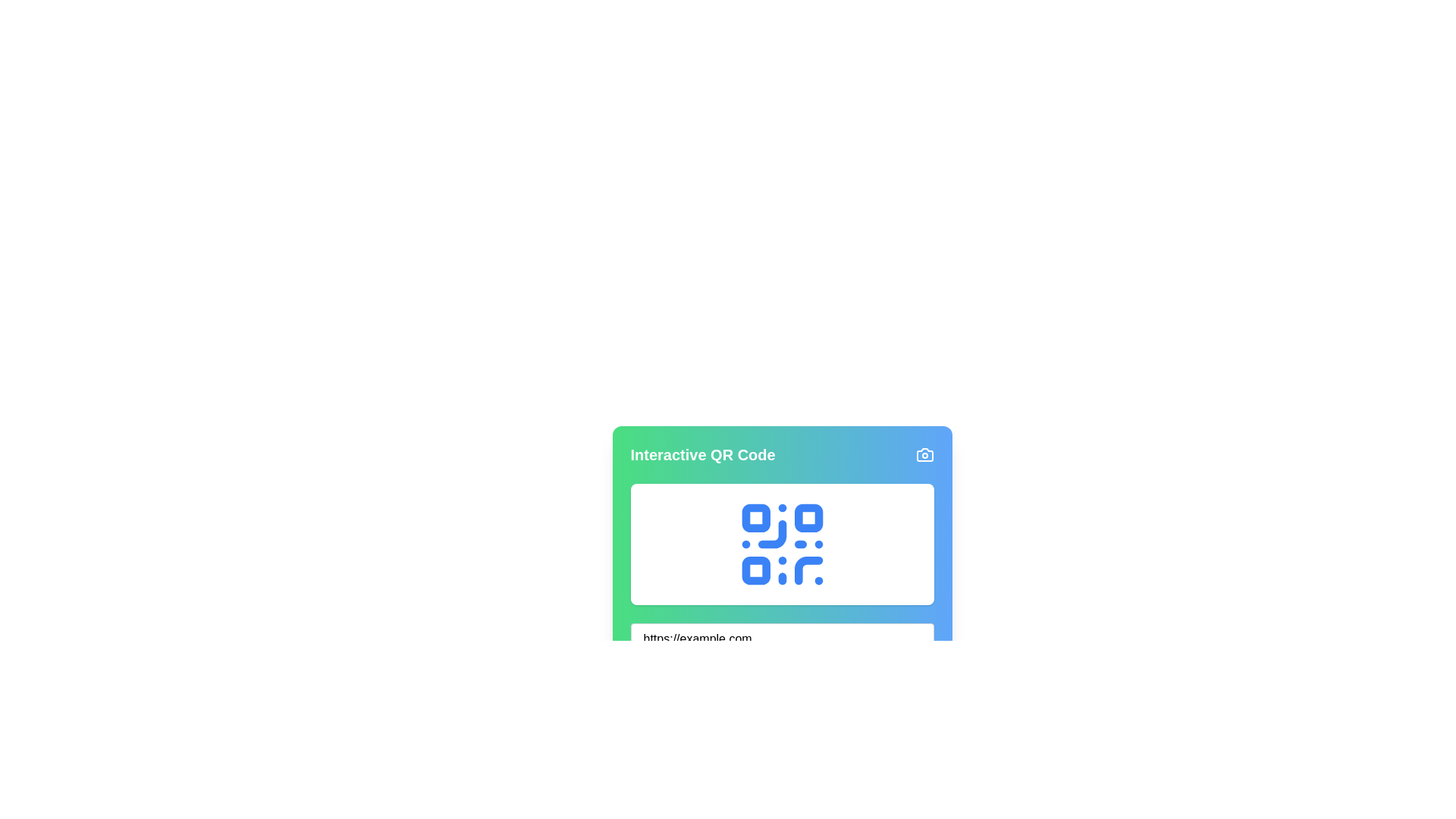  I want to click on the small blue square with rounded corners located in the bottom-left corner of the QR code graphic, so click(755, 570).